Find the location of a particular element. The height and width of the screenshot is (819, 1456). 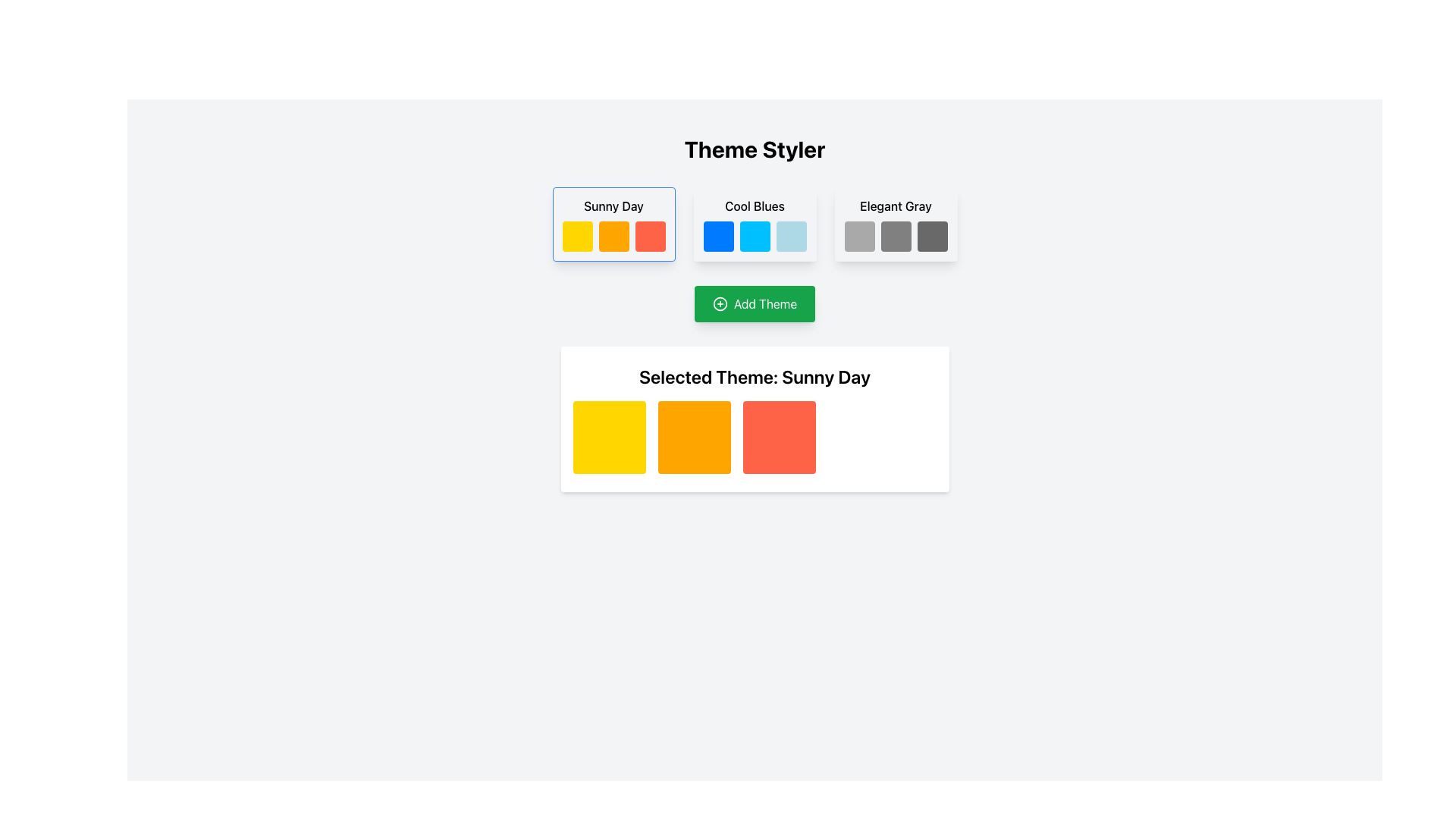

the blue button in the 'Cool Blues' theme group is located at coordinates (755, 224).